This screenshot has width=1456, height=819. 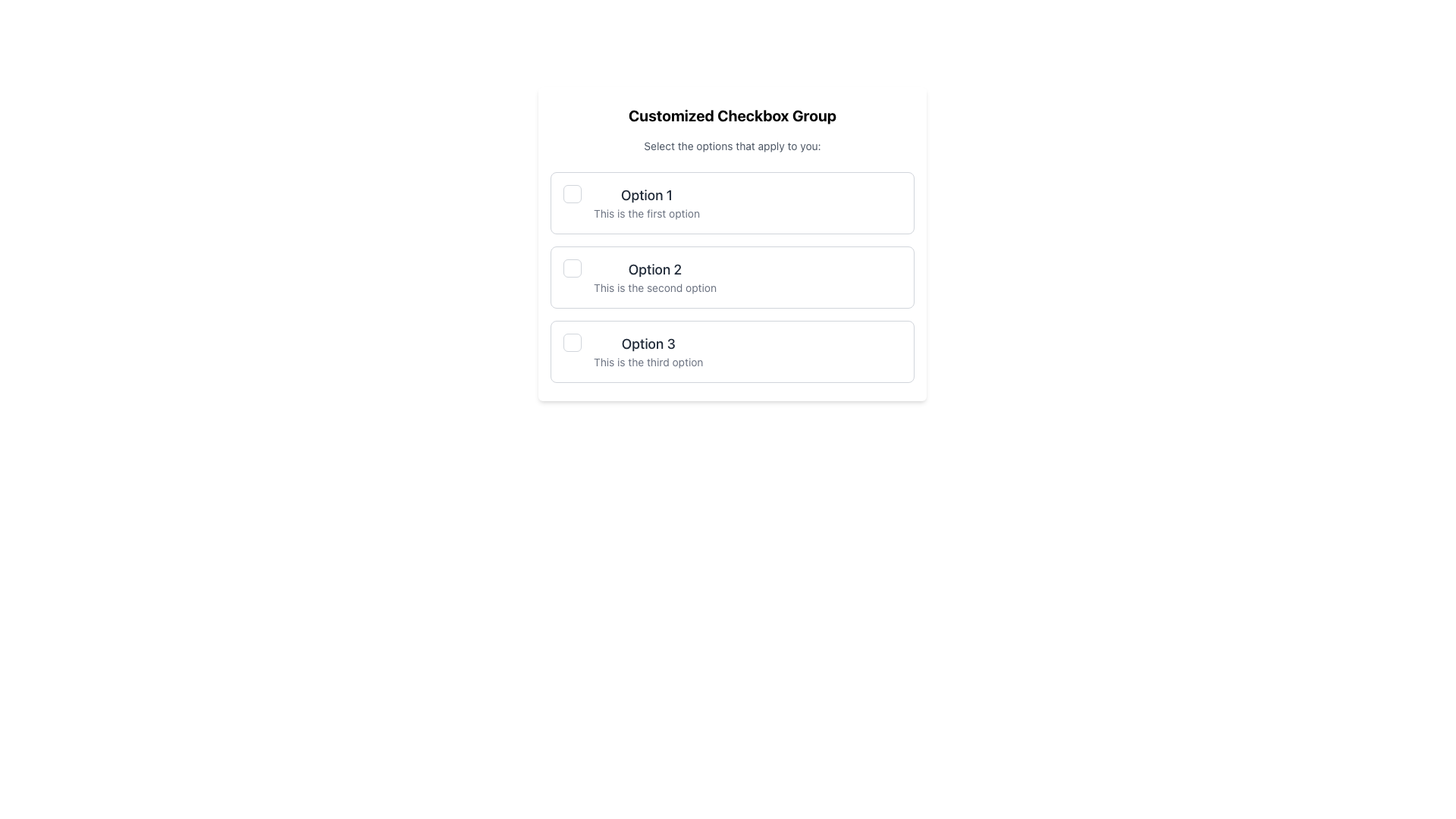 What do you see at coordinates (647, 195) in the screenshot?
I see `the 'Option 1' text label, which is styled as a bold, larger font dark gray label located in the 'Customized Checkbox Group' above the checkbox` at bounding box center [647, 195].